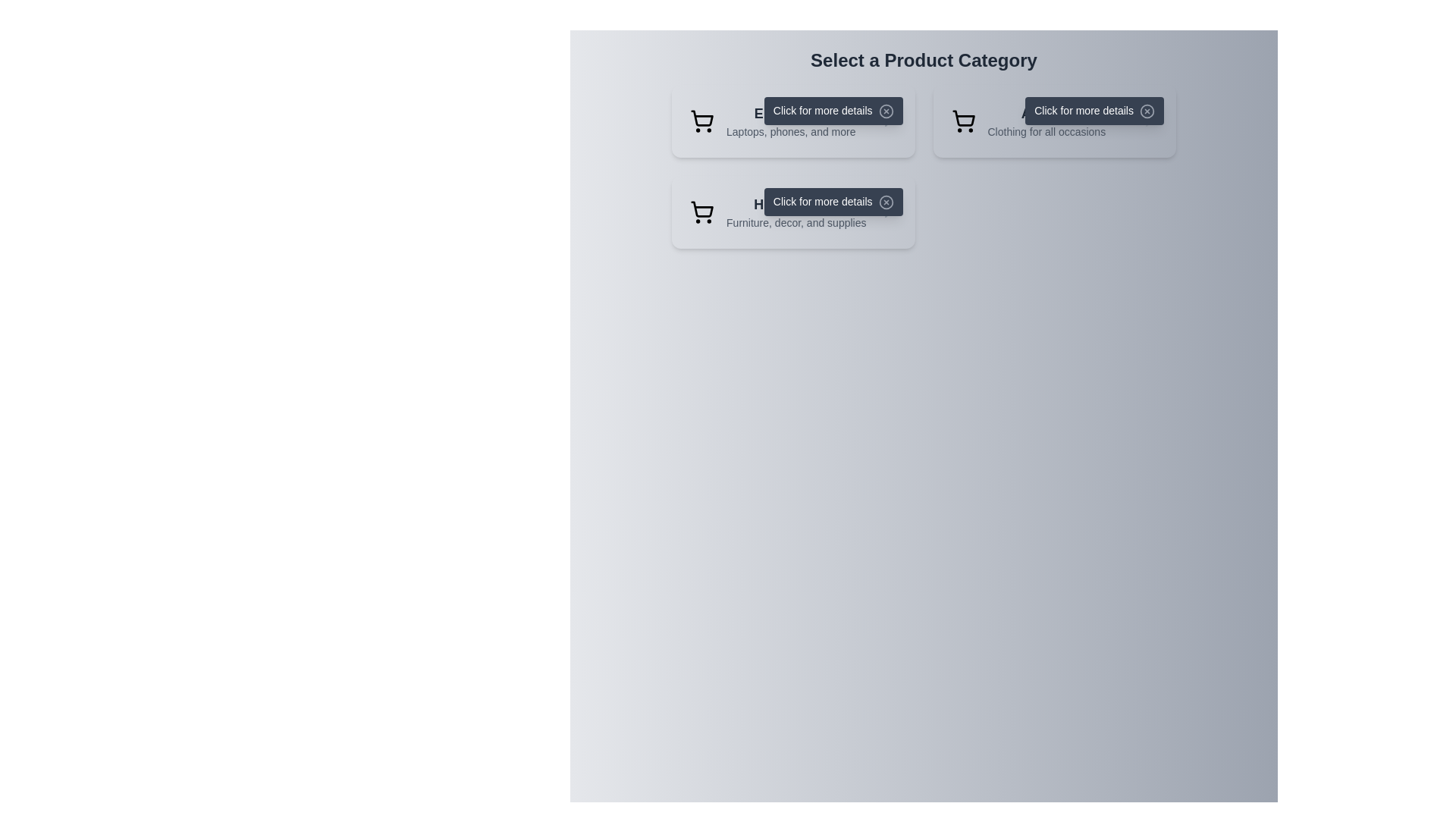  Describe the element at coordinates (833, 110) in the screenshot. I see `the button labeled 'Click for more details' with a dark-gray background and white text` at that location.